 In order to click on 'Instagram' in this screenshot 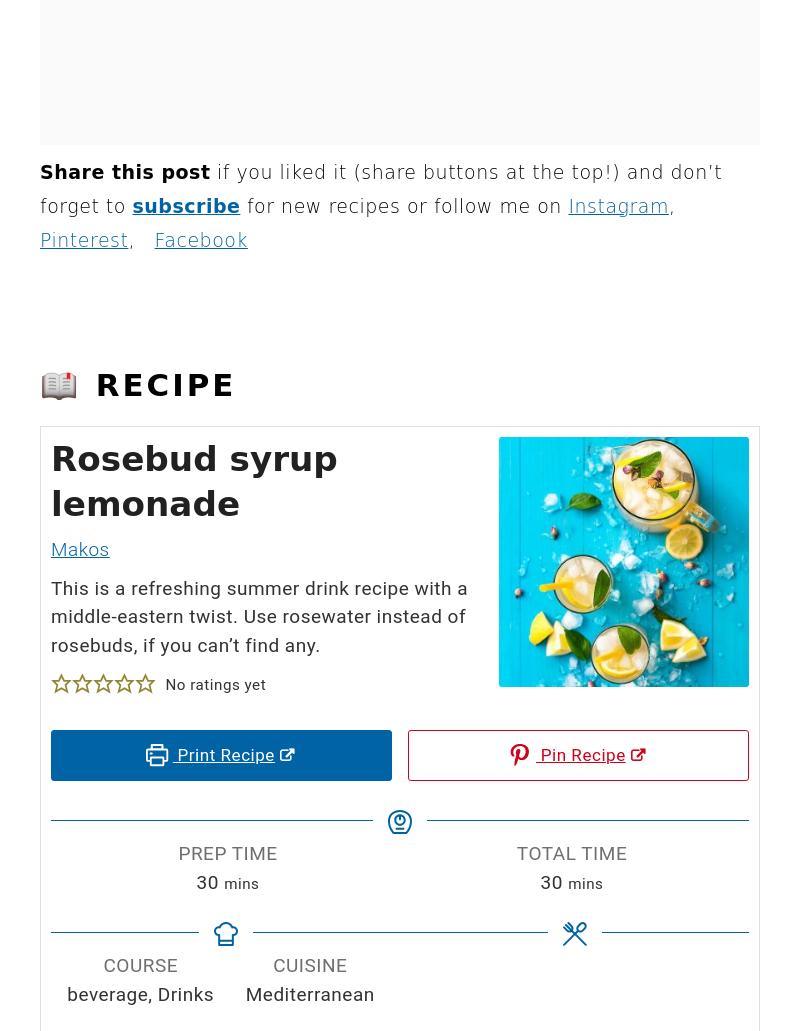, I will do `click(618, 203)`.